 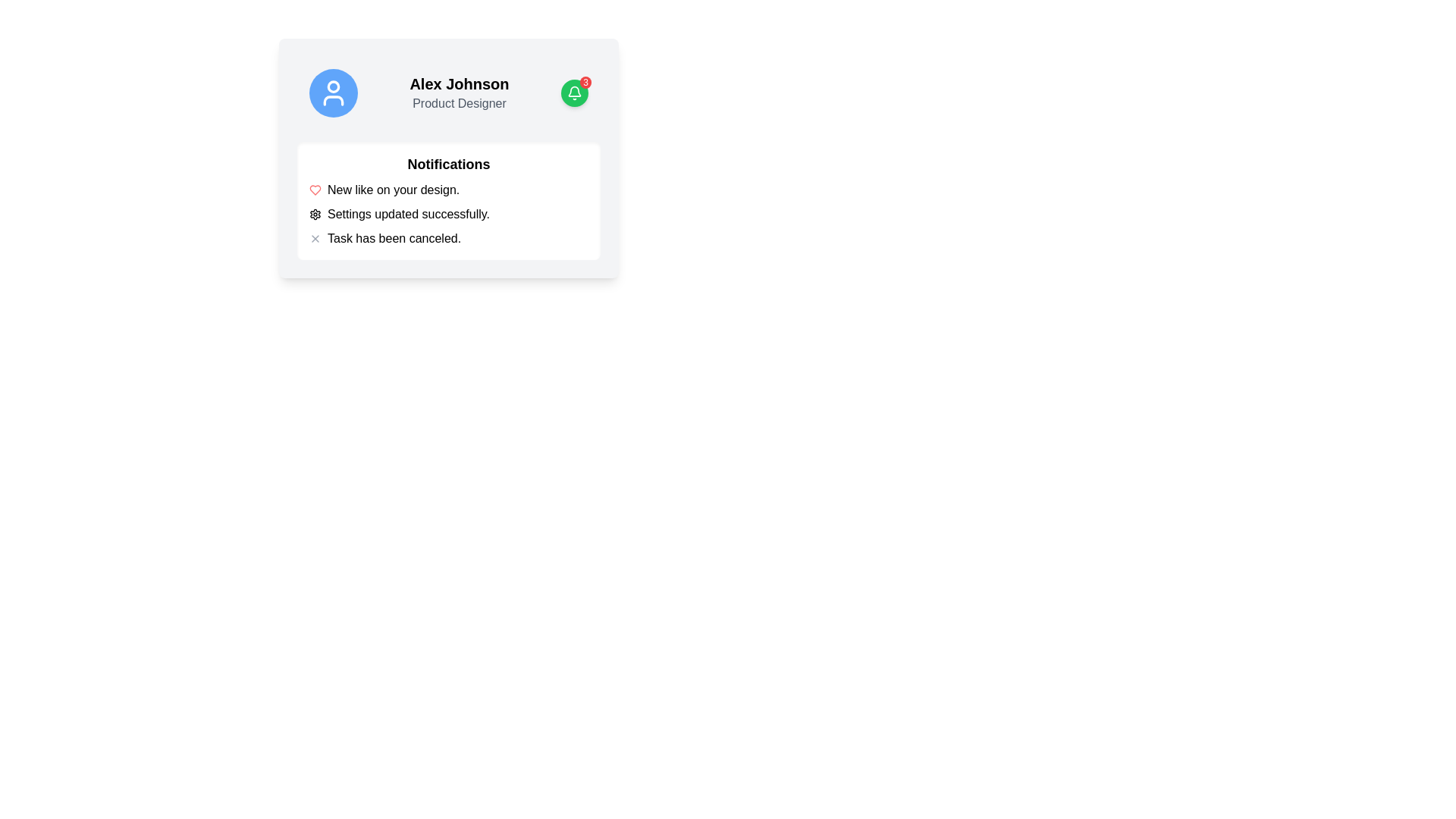 What do you see at coordinates (447, 214) in the screenshot?
I see `notification message indicating that the settings have been successfully updated, which is the second item in the notification list` at bounding box center [447, 214].